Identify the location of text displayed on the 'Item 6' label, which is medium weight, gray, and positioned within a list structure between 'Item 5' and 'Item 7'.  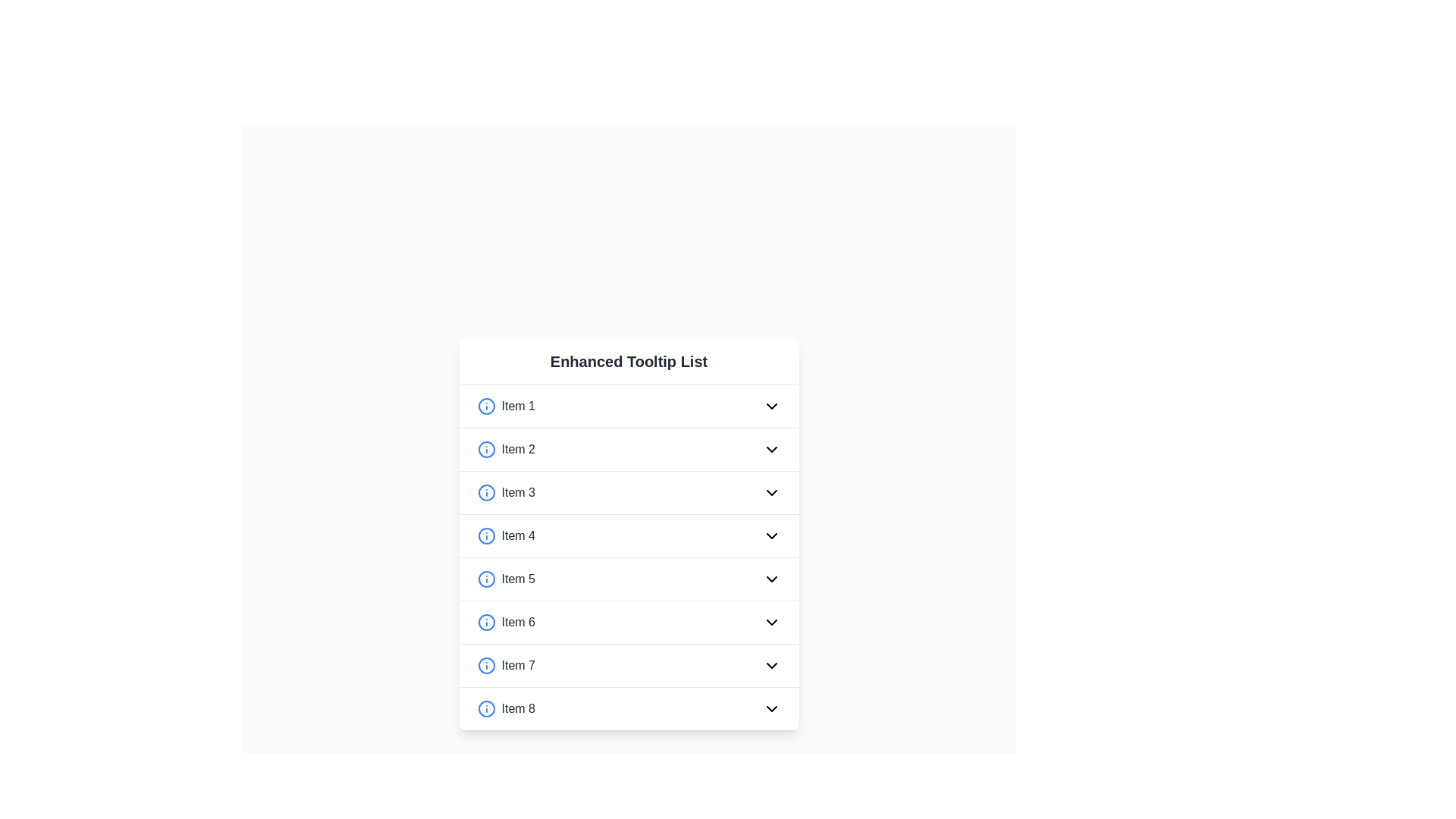
(518, 623).